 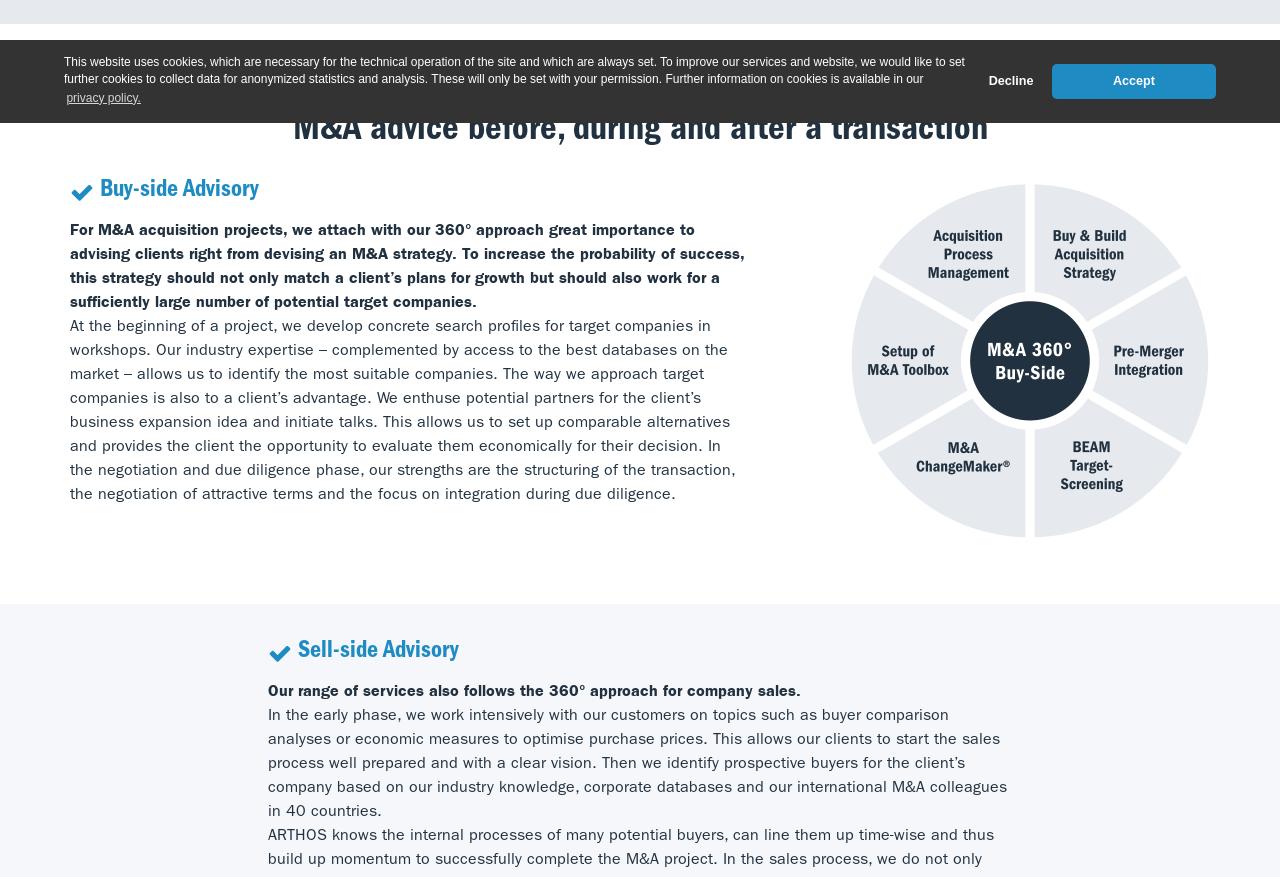 What do you see at coordinates (179, 191) in the screenshot?
I see `'Buy-side Advisory'` at bounding box center [179, 191].